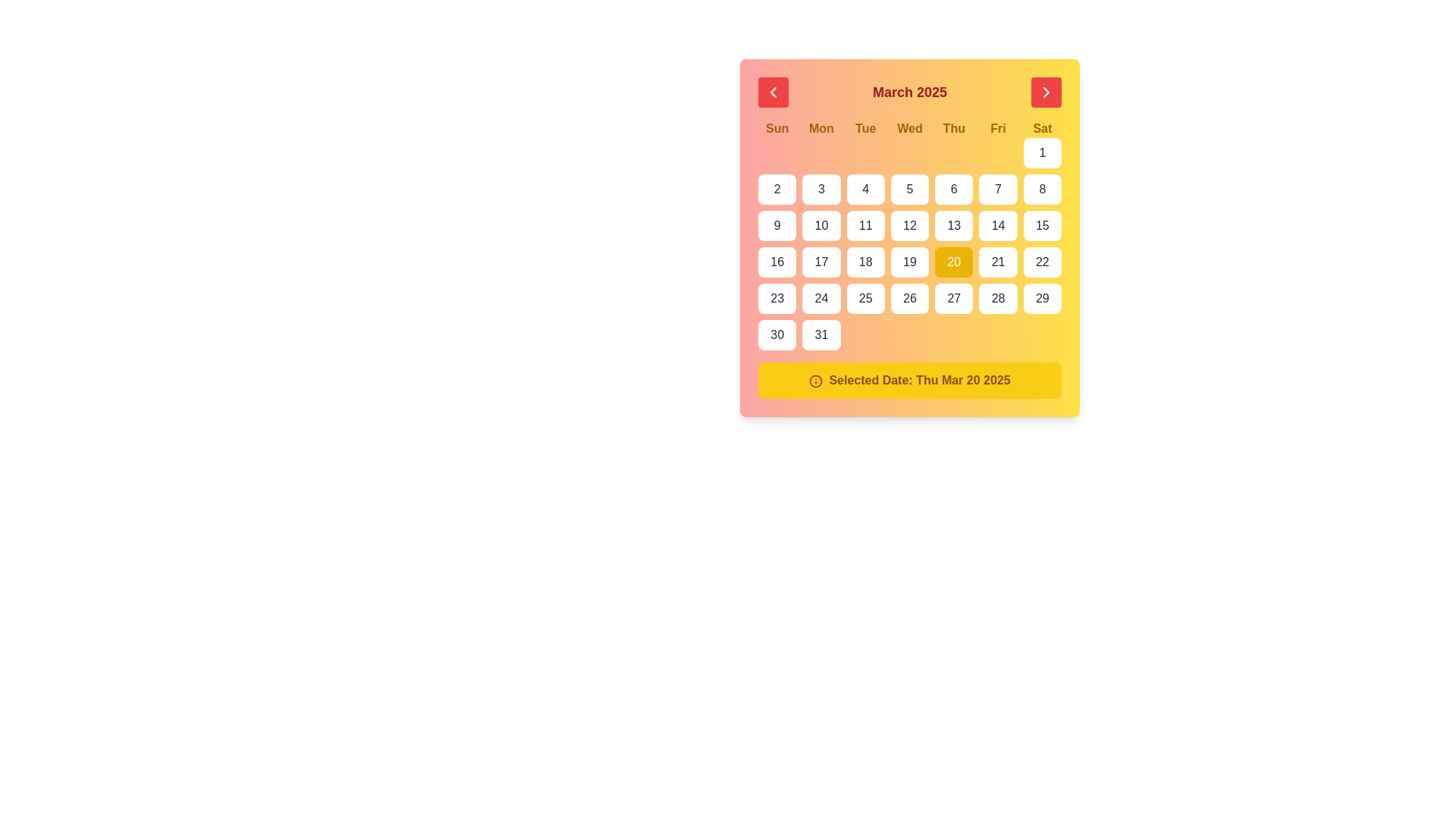 This screenshot has height=819, width=1456. Describe the element at coordinates (953, 262) in the screenshot. I see `the button representing the 20th date in the calendar interface, located in the last row and fifth column under the Thursday header labeled as 'Thu'` at that location.